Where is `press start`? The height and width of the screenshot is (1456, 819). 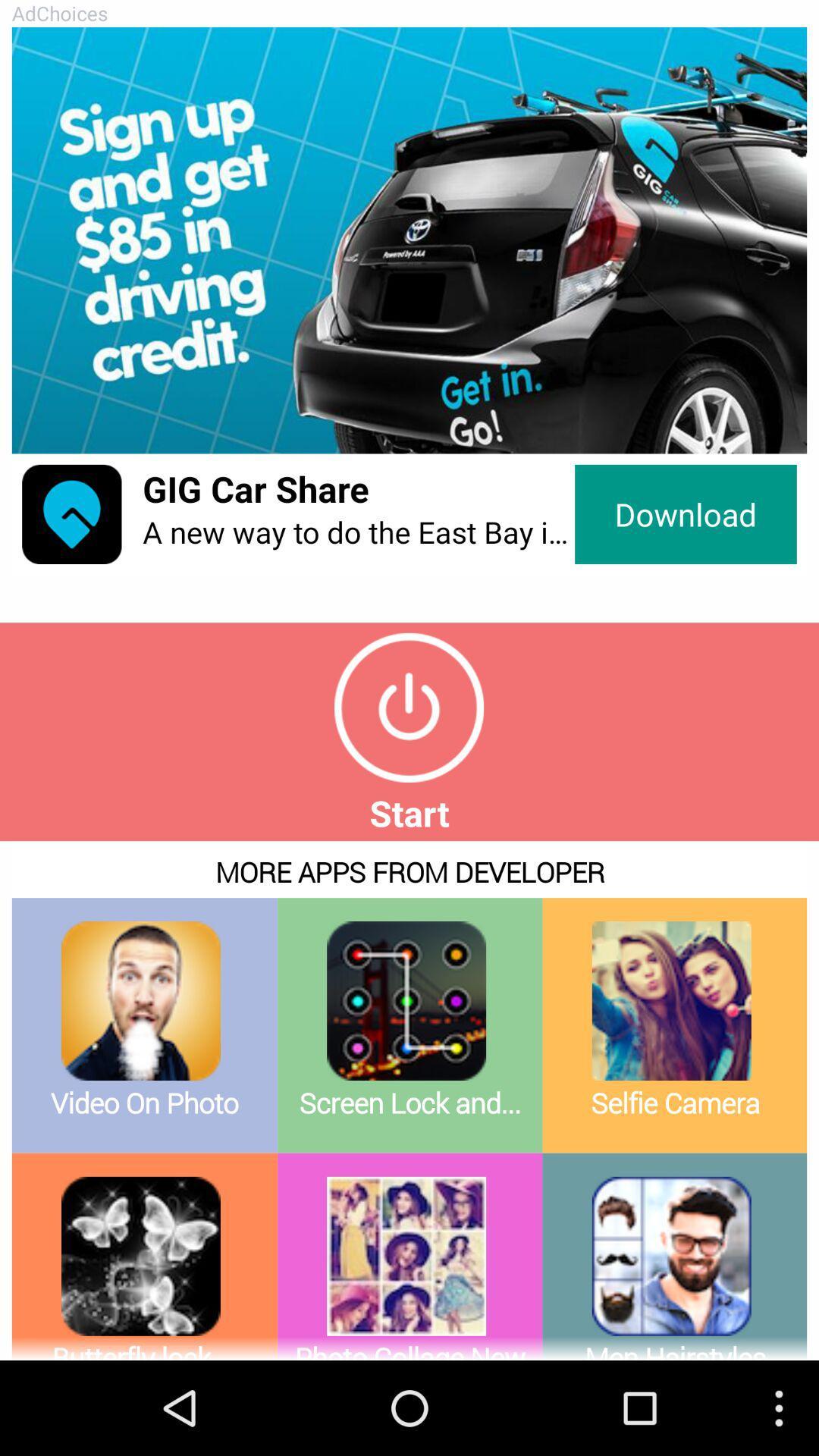
press start is located at coordinates (408, 707).